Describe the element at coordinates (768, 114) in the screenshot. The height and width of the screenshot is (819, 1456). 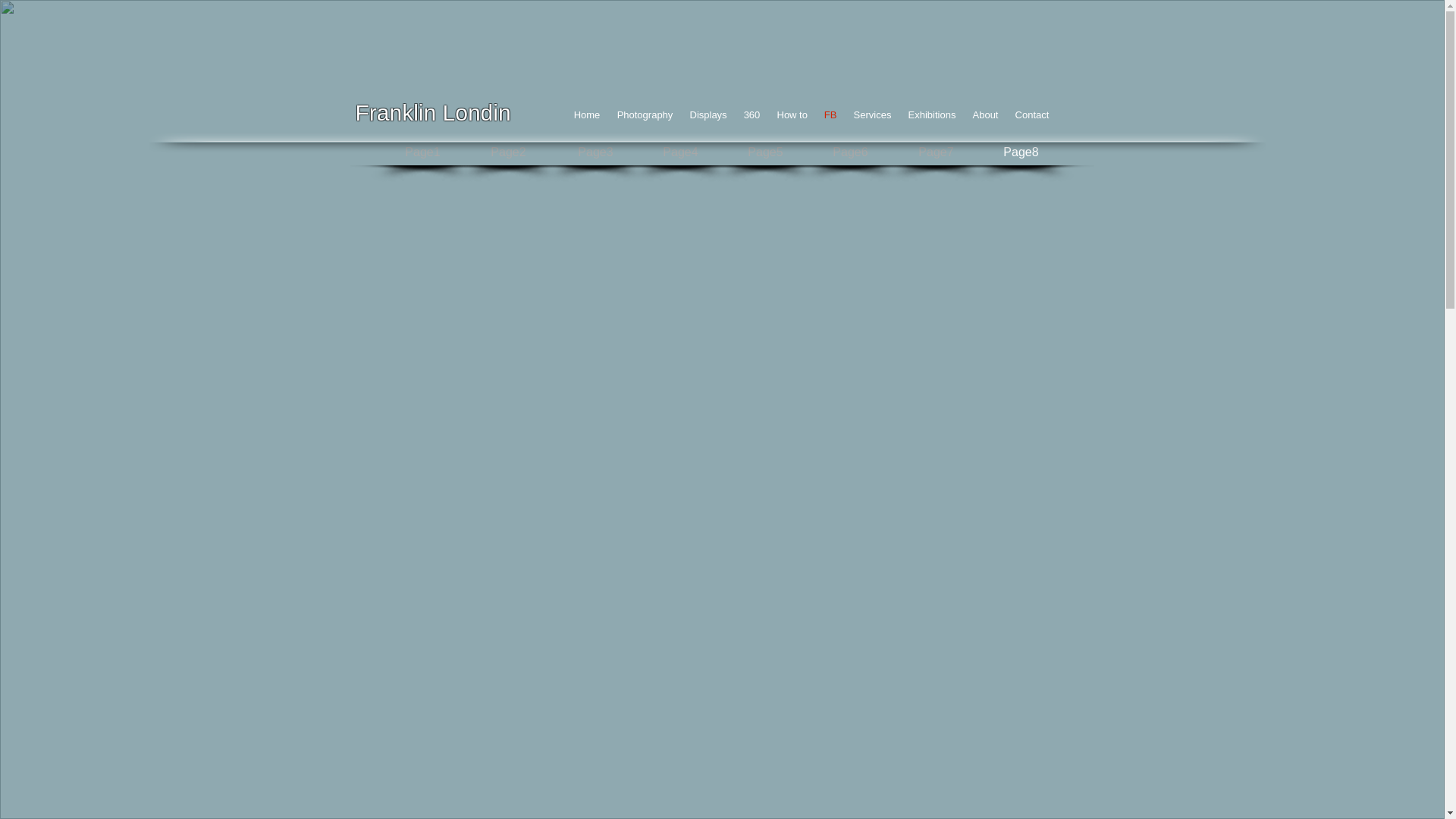
I see `'How to'` at that location.